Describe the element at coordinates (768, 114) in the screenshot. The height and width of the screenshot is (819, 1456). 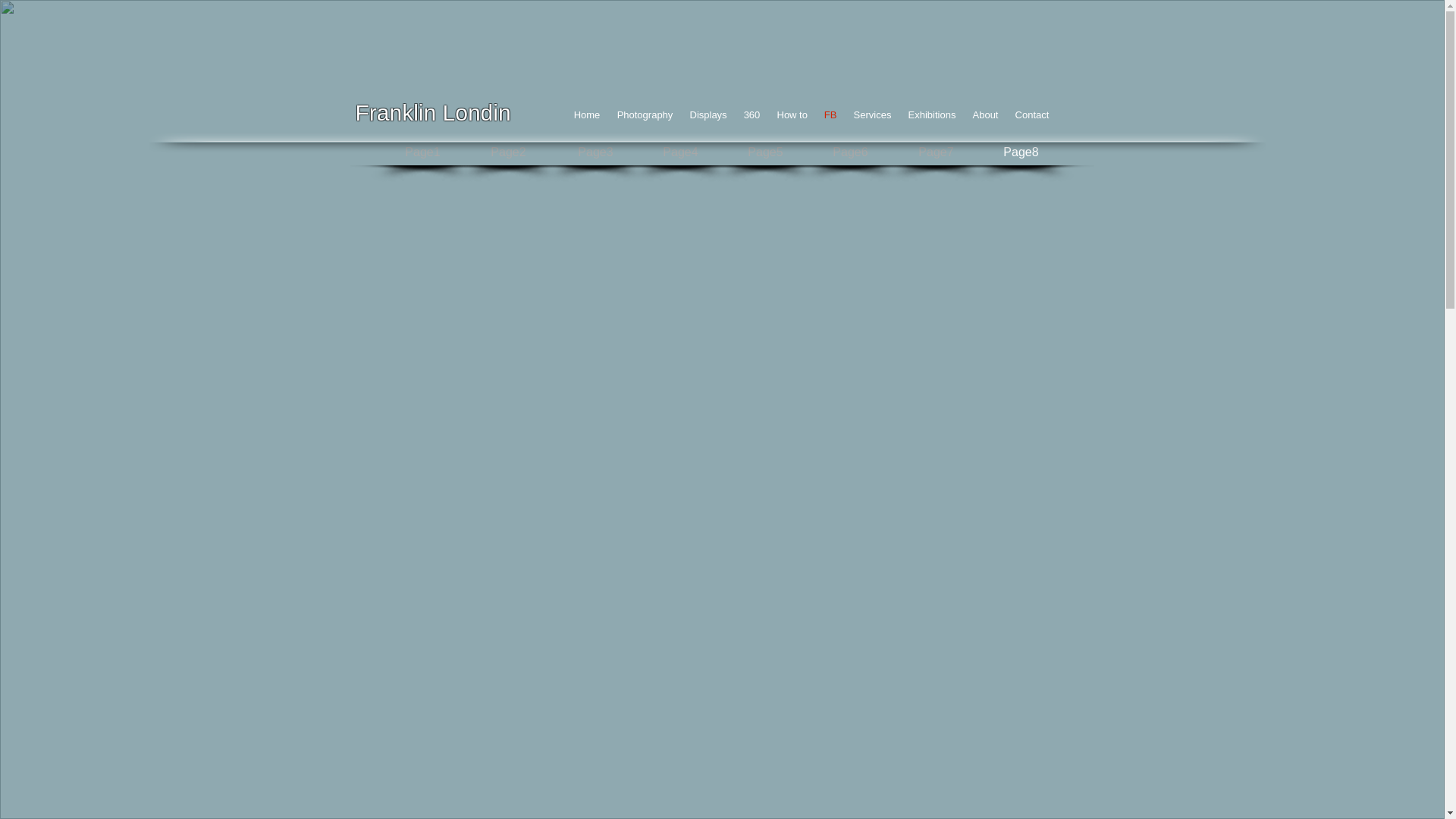
I see `'How to'` at that location.